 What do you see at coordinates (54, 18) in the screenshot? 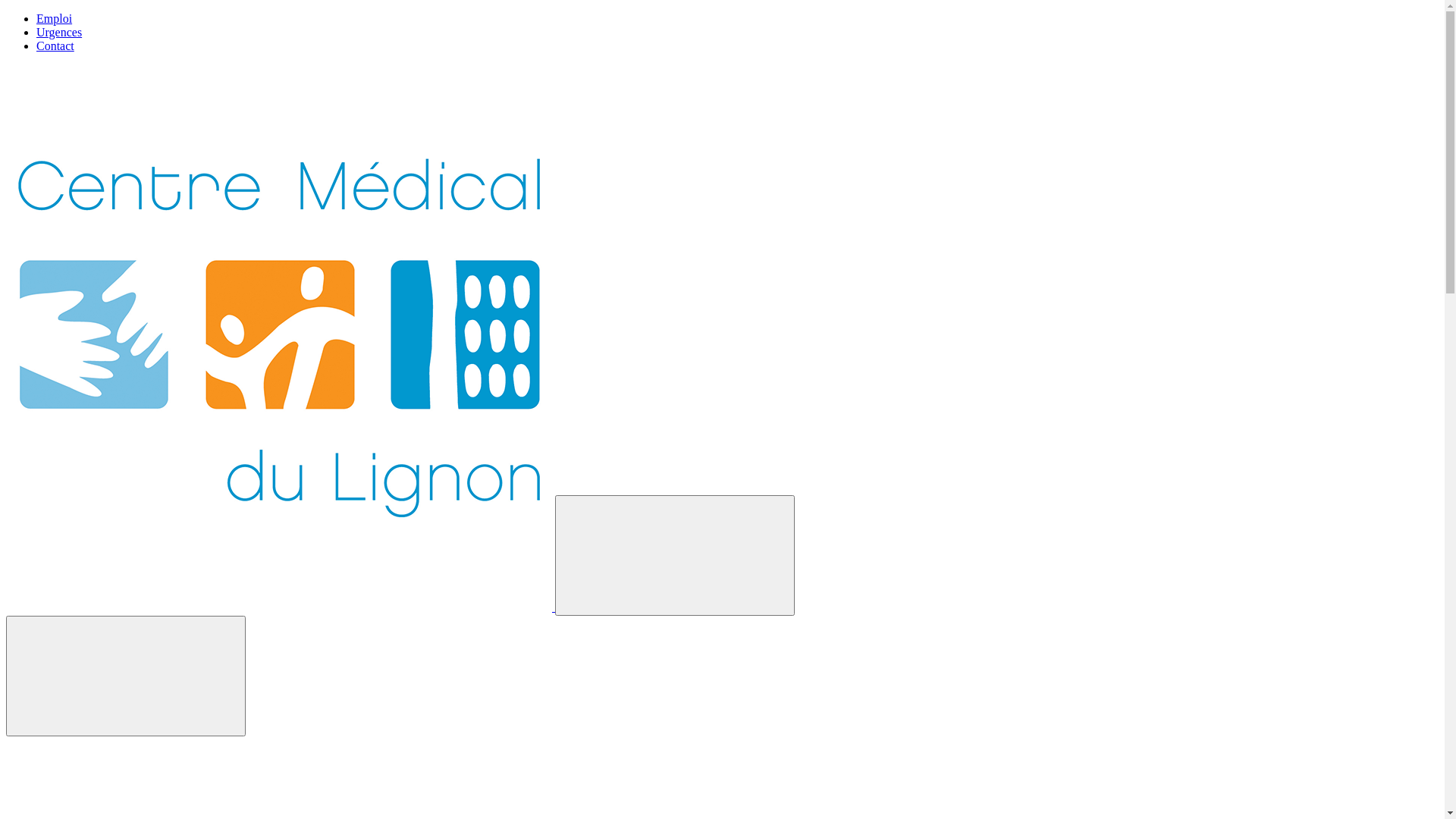
I see `'Emploi'` at bounding box center [54, 18].